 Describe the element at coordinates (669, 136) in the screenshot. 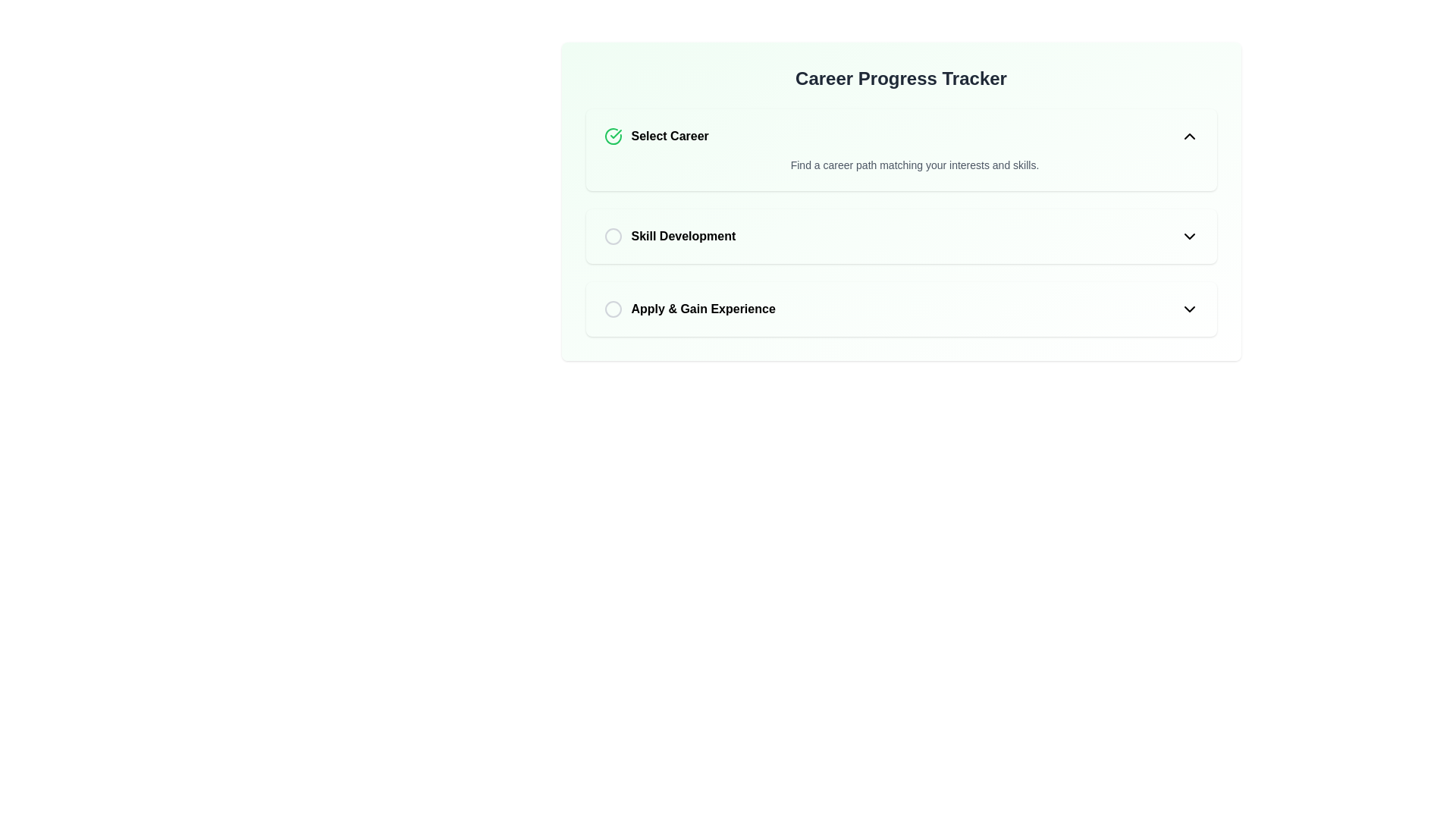

I see `label 'Select Career' which is a bold text component indicating the career selection process, positioned to the right of a completed selection icon` at that location.